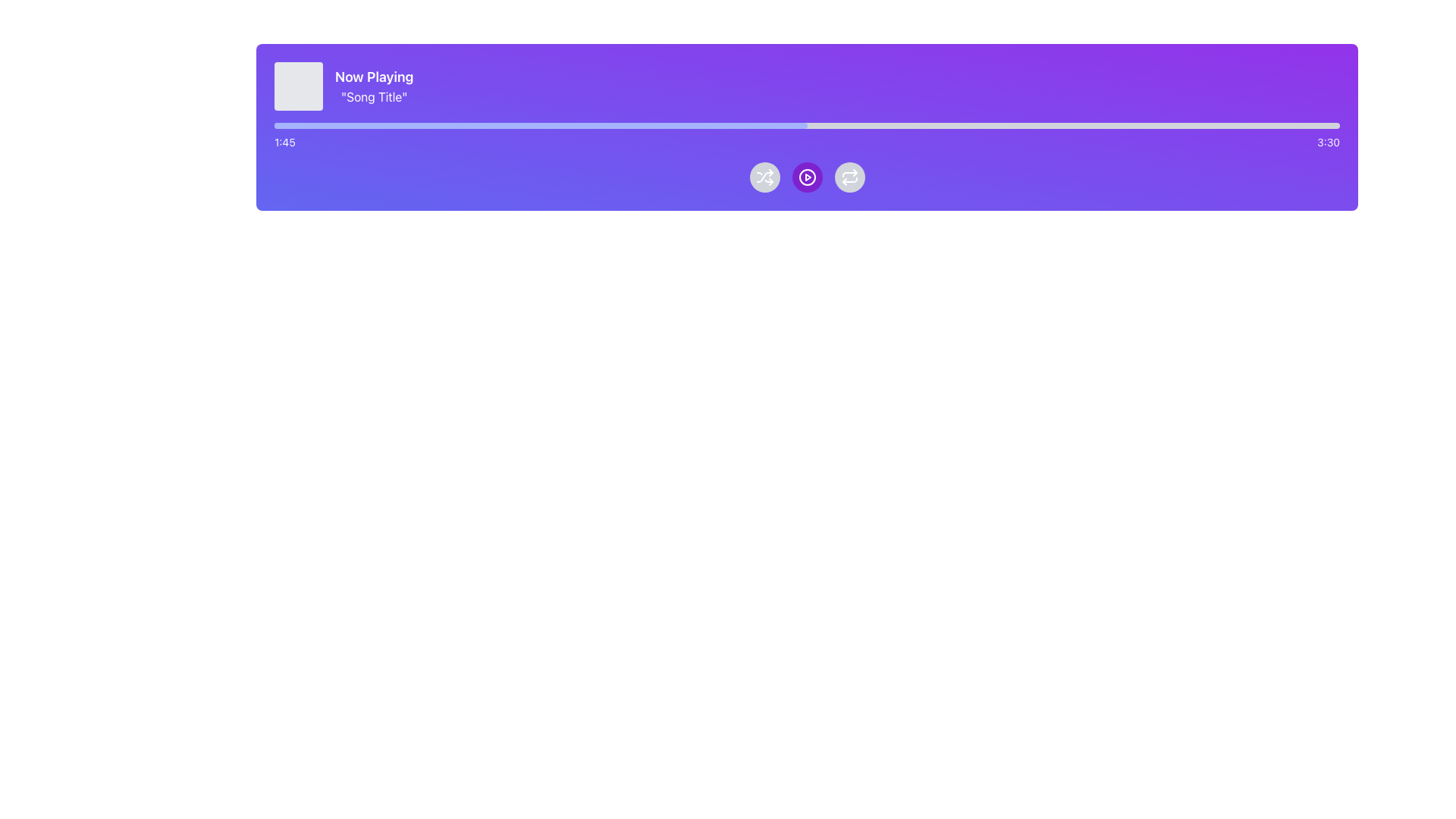 Image resolution: width=1456 pixels, height=819 pixels. Describe the element at coordinates (374, 86) in the screenshot. I see `the 'Now Playing' text display element that shows the currently playing song's details, including the song's title` at that location.